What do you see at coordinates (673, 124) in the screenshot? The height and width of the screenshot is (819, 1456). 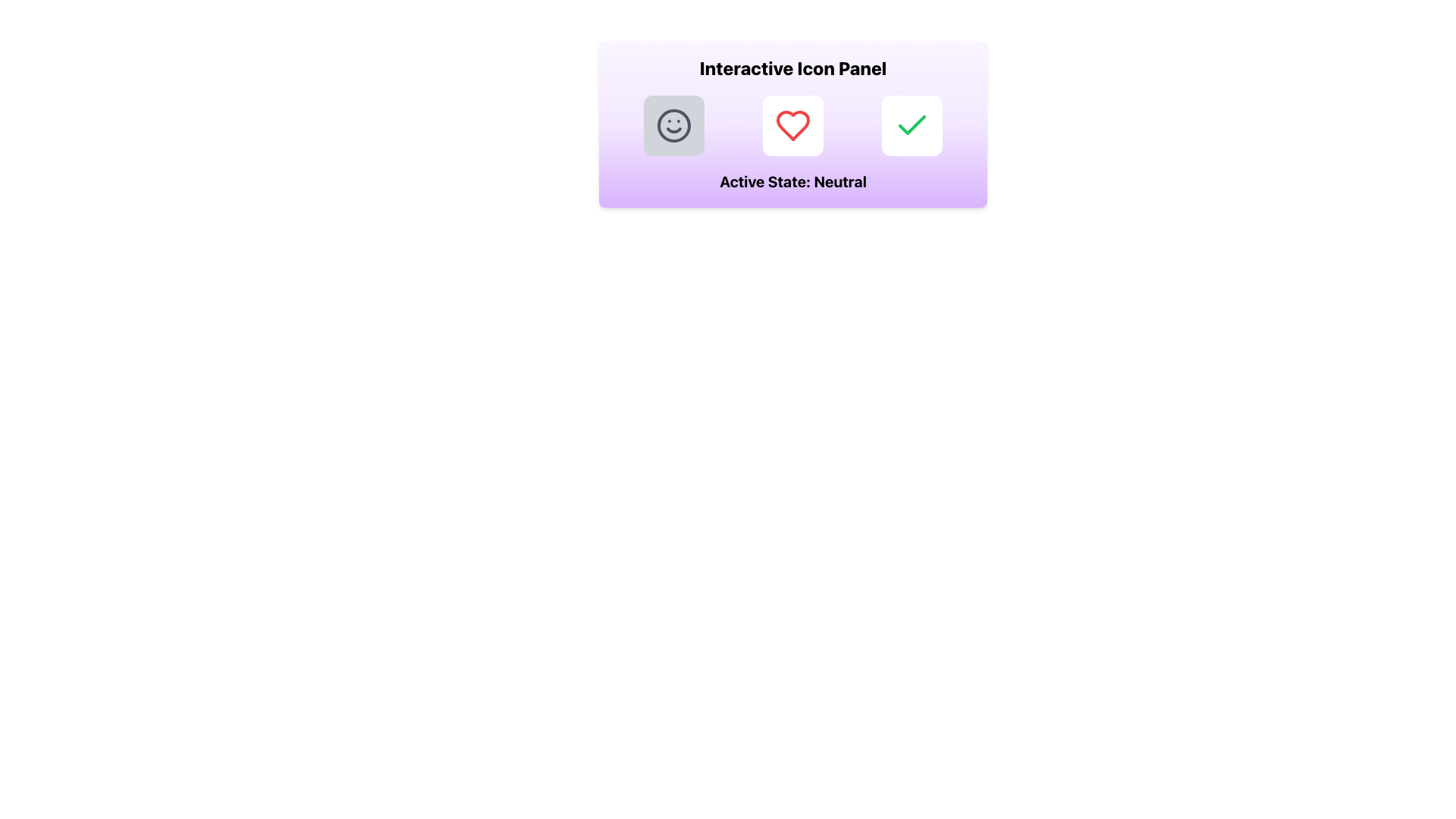 I see `the first button in the Interactive Icon Panel, which is a rounded rectangle with a soft gray background and a smiley face icon` at bounding box center [673, 124].